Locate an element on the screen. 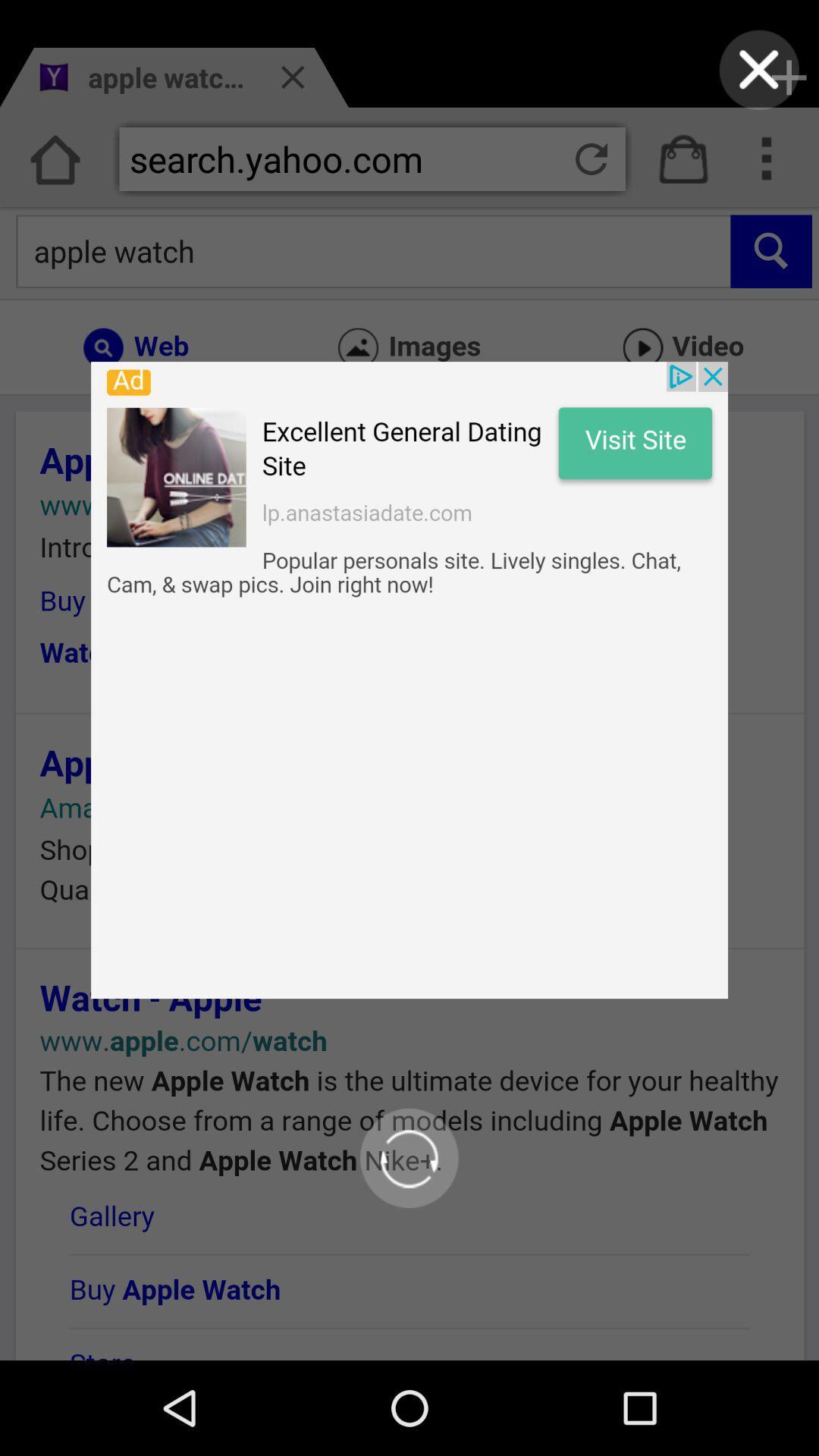  4g internet browser fast is located at coordinates (759, 69).